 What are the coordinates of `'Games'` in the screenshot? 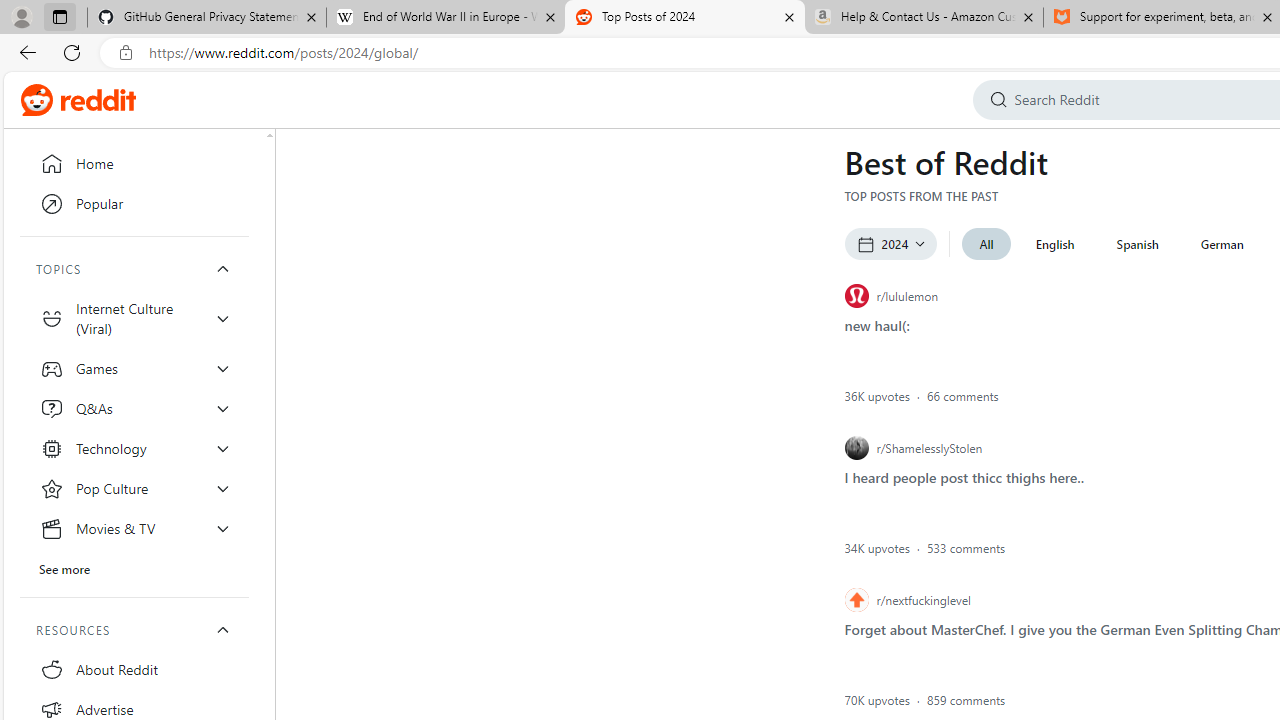 It's located at (134, 368).